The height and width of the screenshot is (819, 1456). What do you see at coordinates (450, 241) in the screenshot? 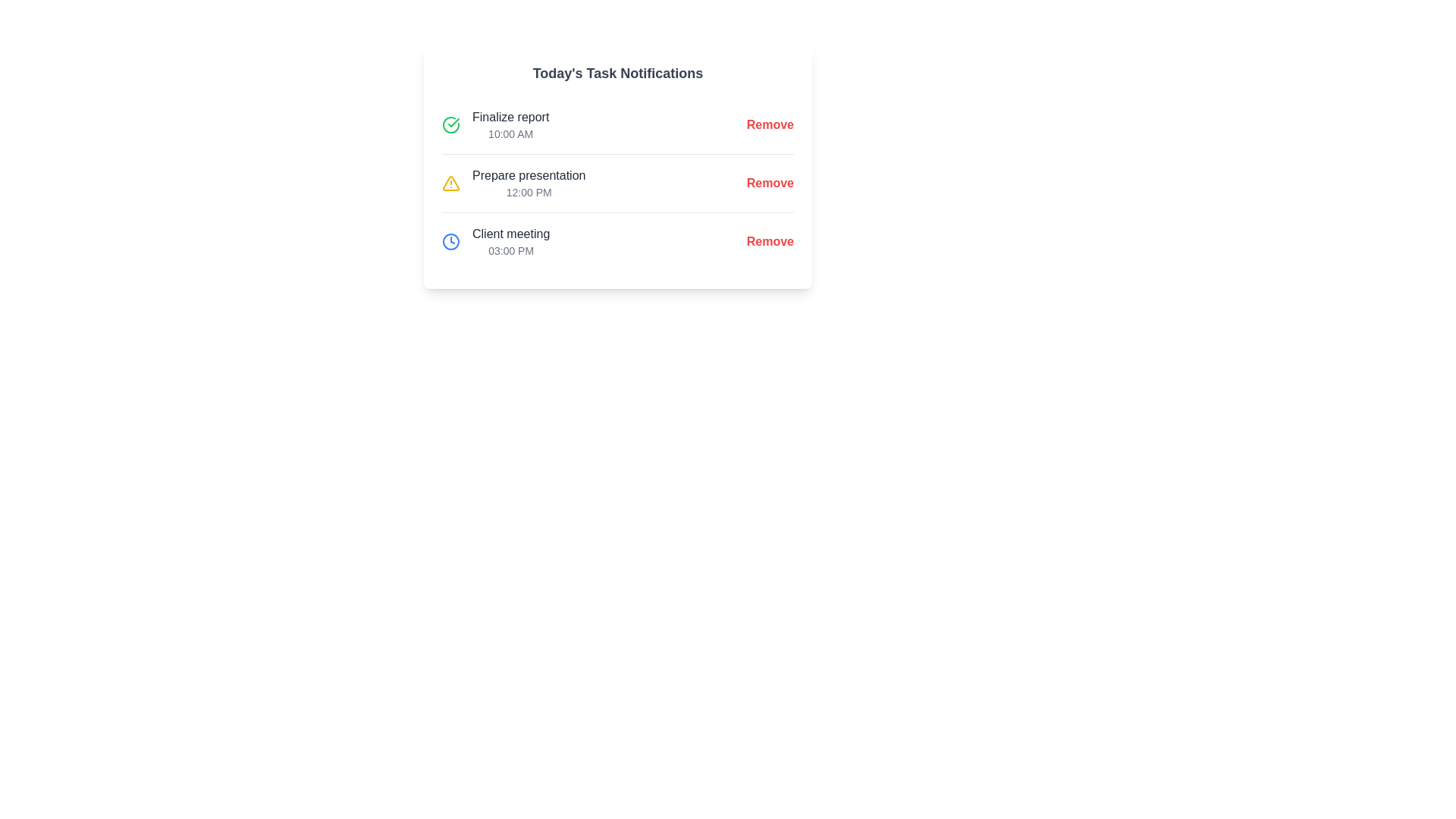
I see `the clock icon with a circular outline and clock hands, rendered in blue, located to the left of the entry labeled 'Client meeting' at 03:00 PM, as an indicator` at bounding box center [450, 241].